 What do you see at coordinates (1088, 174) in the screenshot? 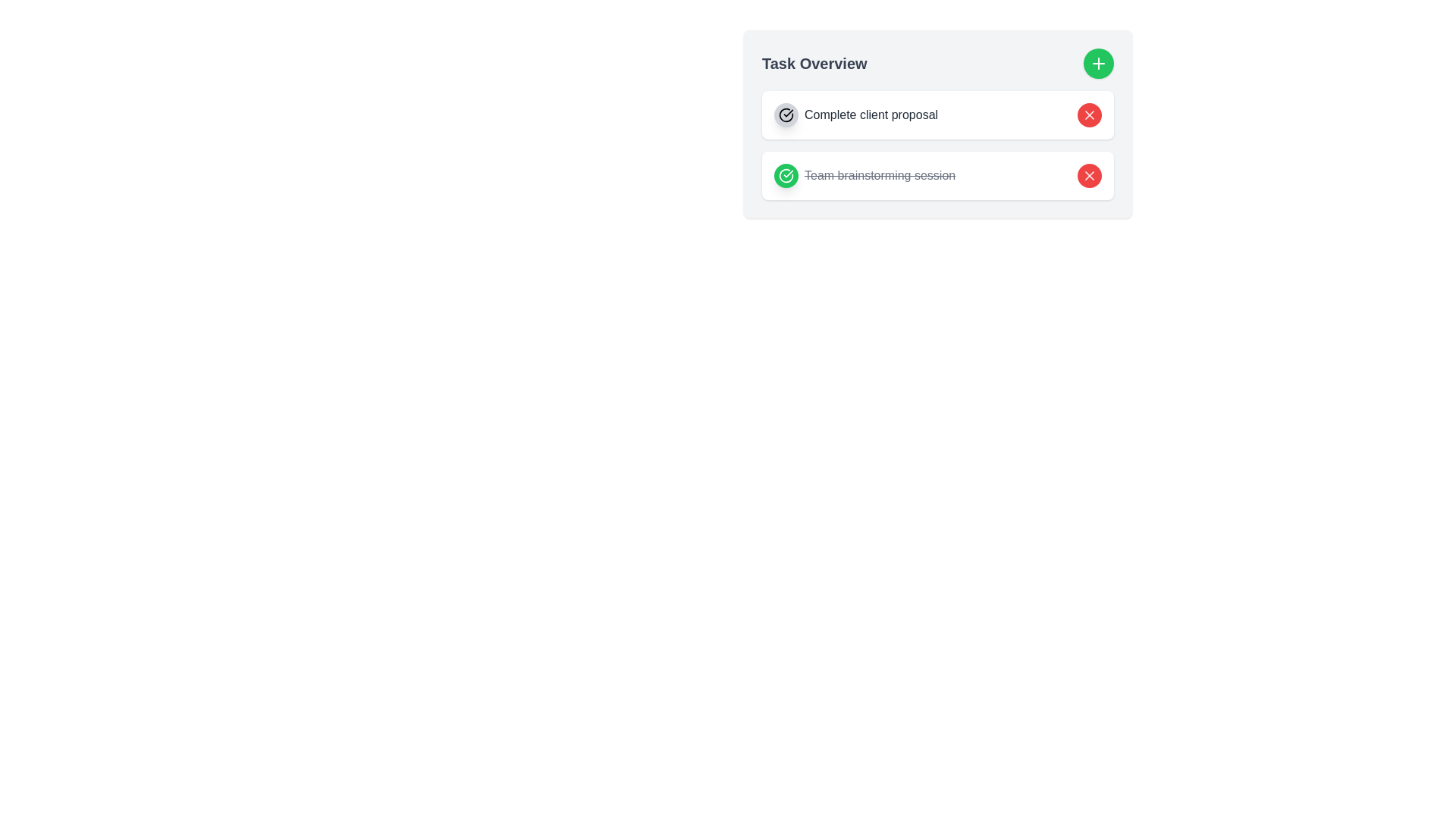
I see `the small red cross icon used for deletion, located within the task item interface next to 'Complete client proposal'` at bounding box center [1088, 174].